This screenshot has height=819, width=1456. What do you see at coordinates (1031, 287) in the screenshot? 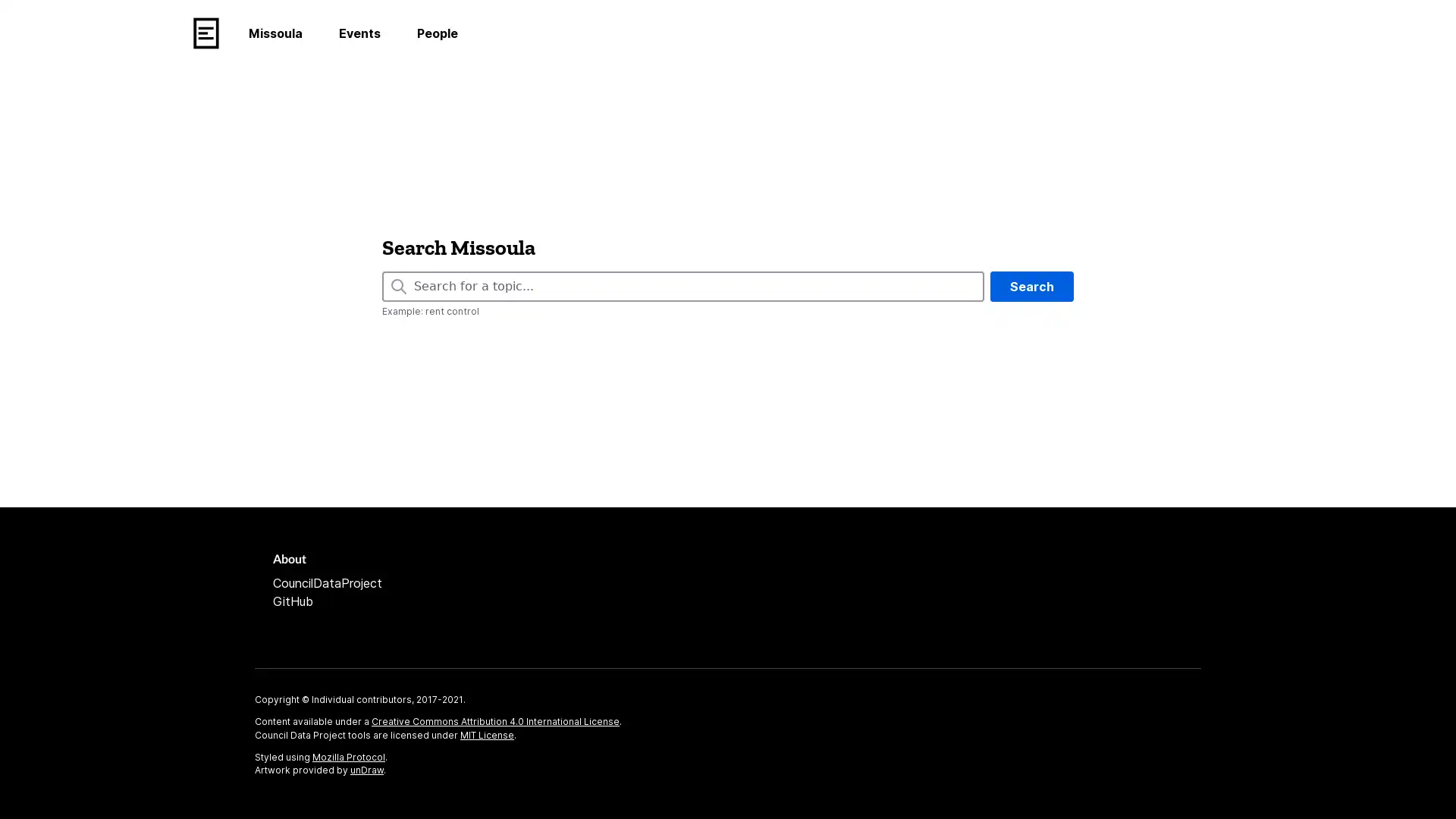
I see `Search` at bounding box center [1031, 287].